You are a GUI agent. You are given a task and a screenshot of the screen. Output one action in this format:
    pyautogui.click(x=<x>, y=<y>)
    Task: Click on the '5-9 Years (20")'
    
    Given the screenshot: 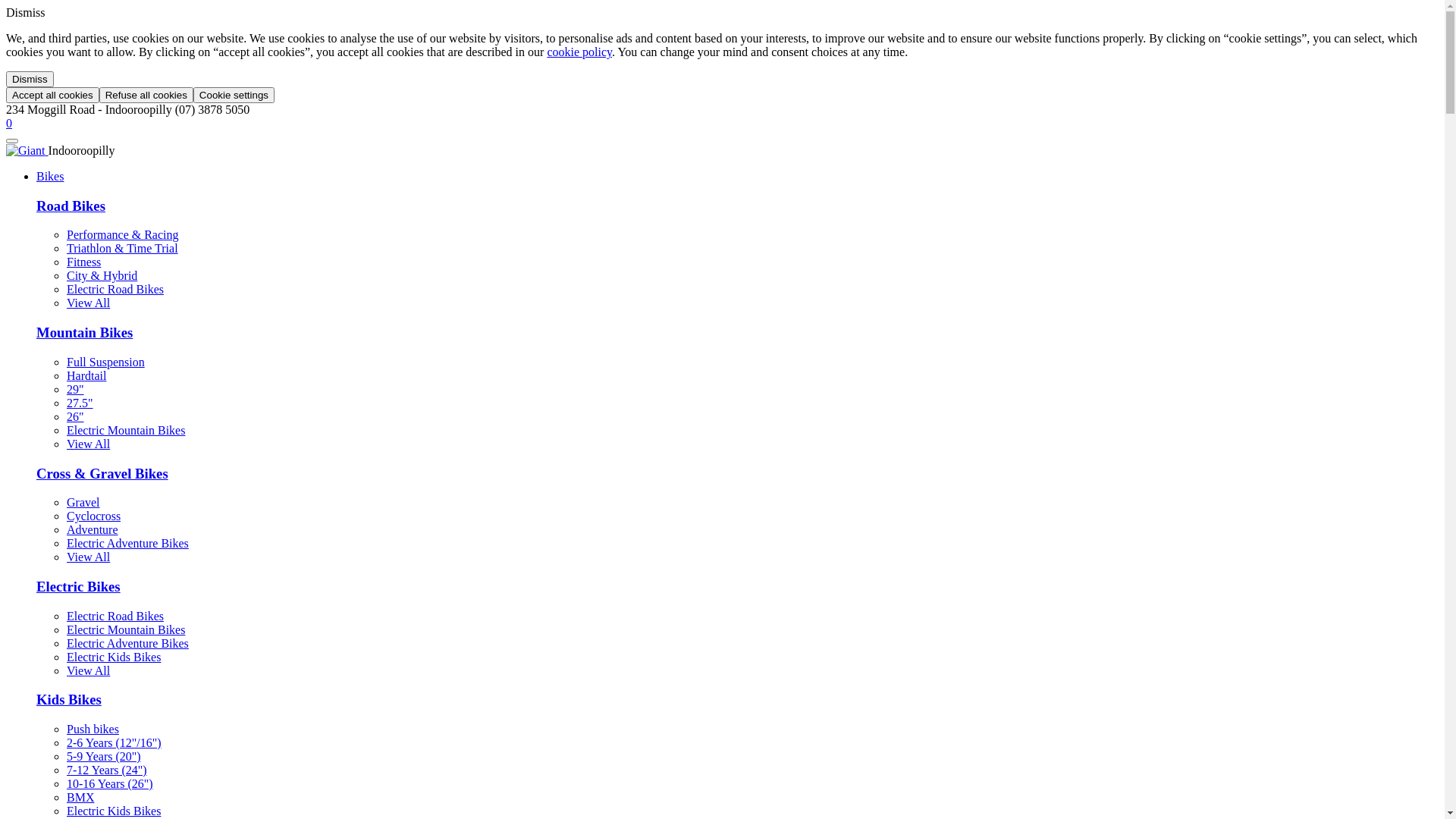 What is the action you would take?
    pyautogui.click(x=103, y=756)
    